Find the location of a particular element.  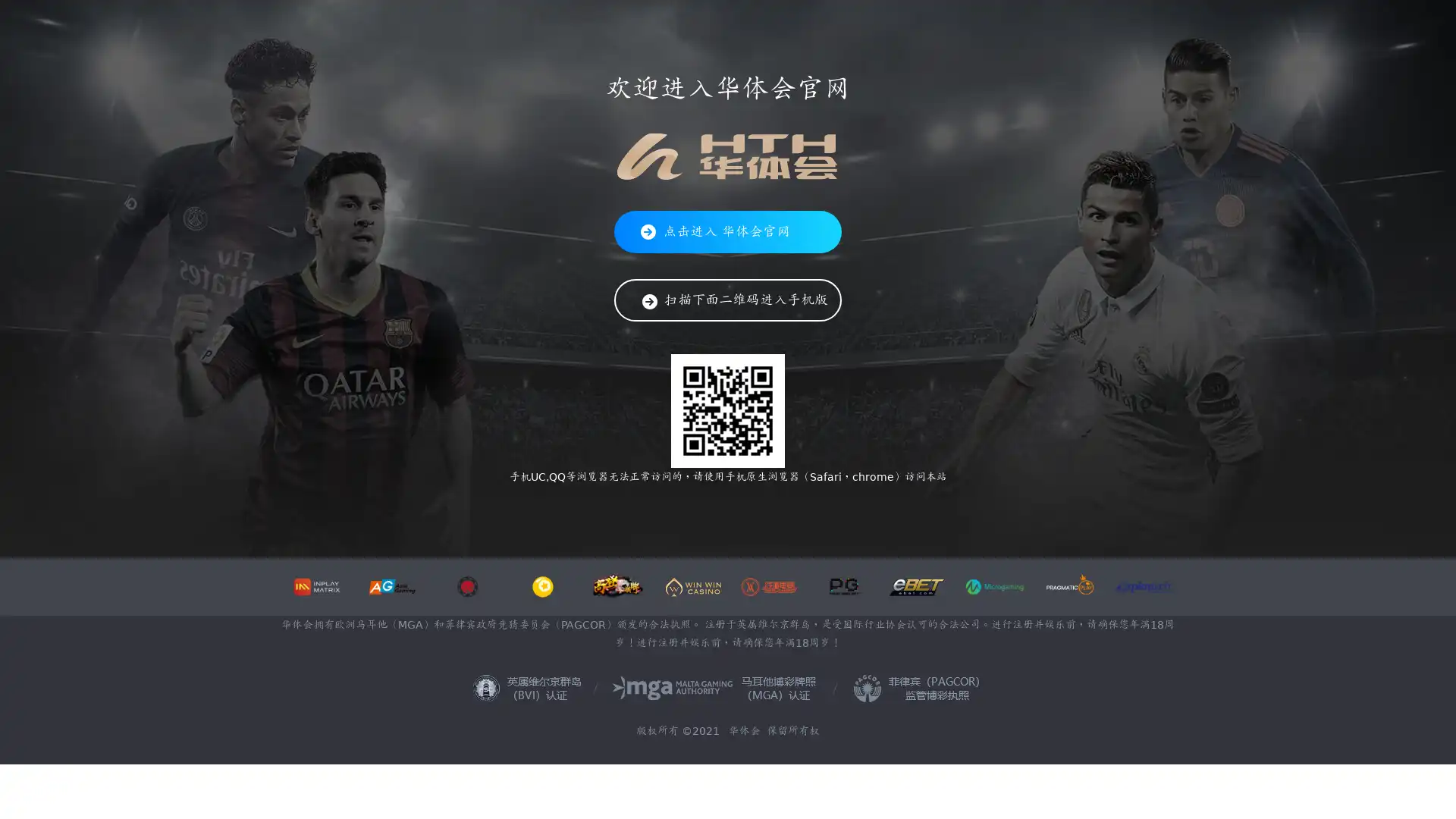

19 is located at coordinates (915, 505).